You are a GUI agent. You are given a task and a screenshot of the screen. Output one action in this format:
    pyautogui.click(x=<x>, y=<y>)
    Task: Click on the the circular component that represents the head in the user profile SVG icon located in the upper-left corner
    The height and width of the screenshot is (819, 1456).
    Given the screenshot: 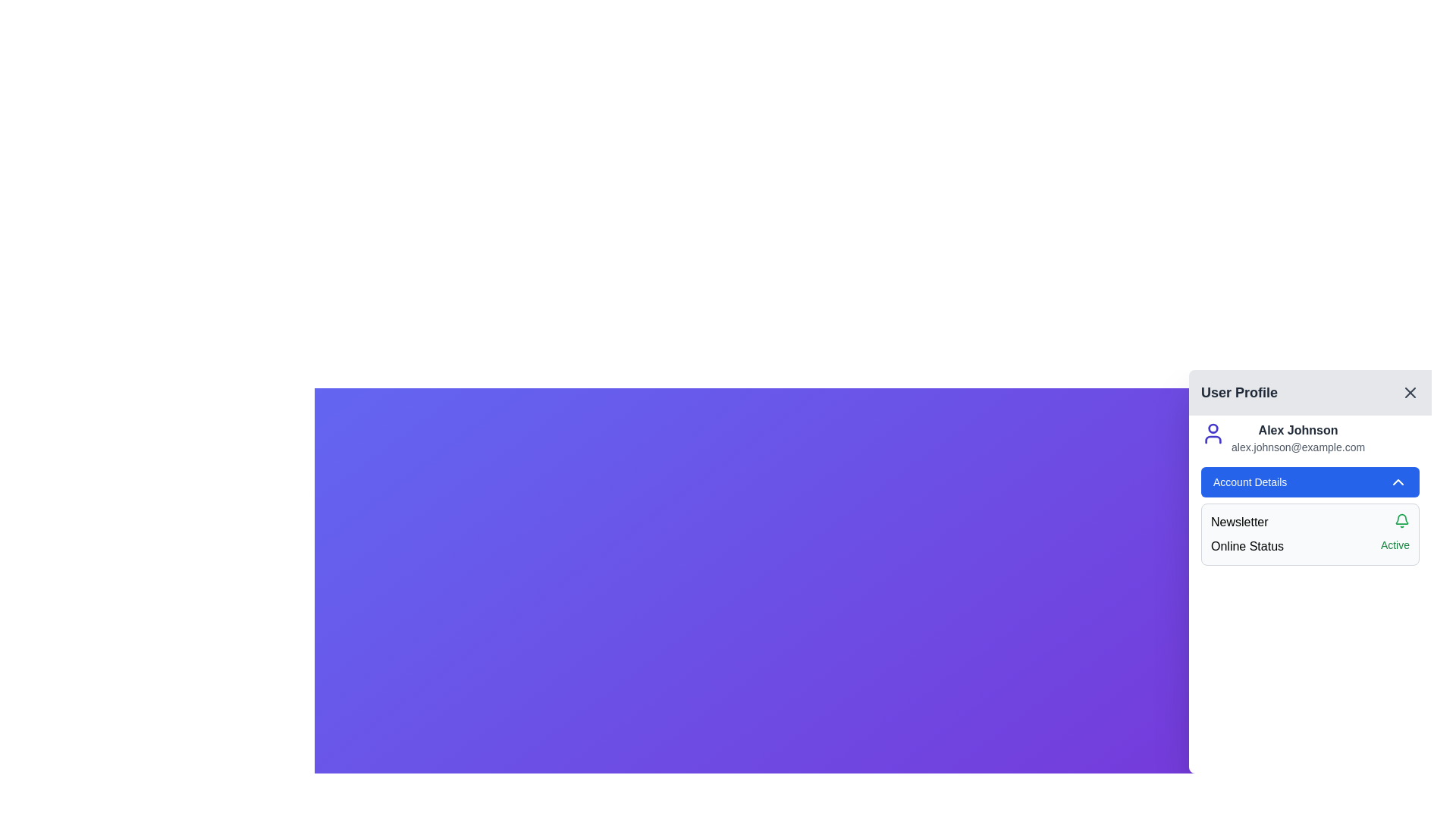 What is the action you would take?
    pyautogui.click(x=1212, y=428)
    